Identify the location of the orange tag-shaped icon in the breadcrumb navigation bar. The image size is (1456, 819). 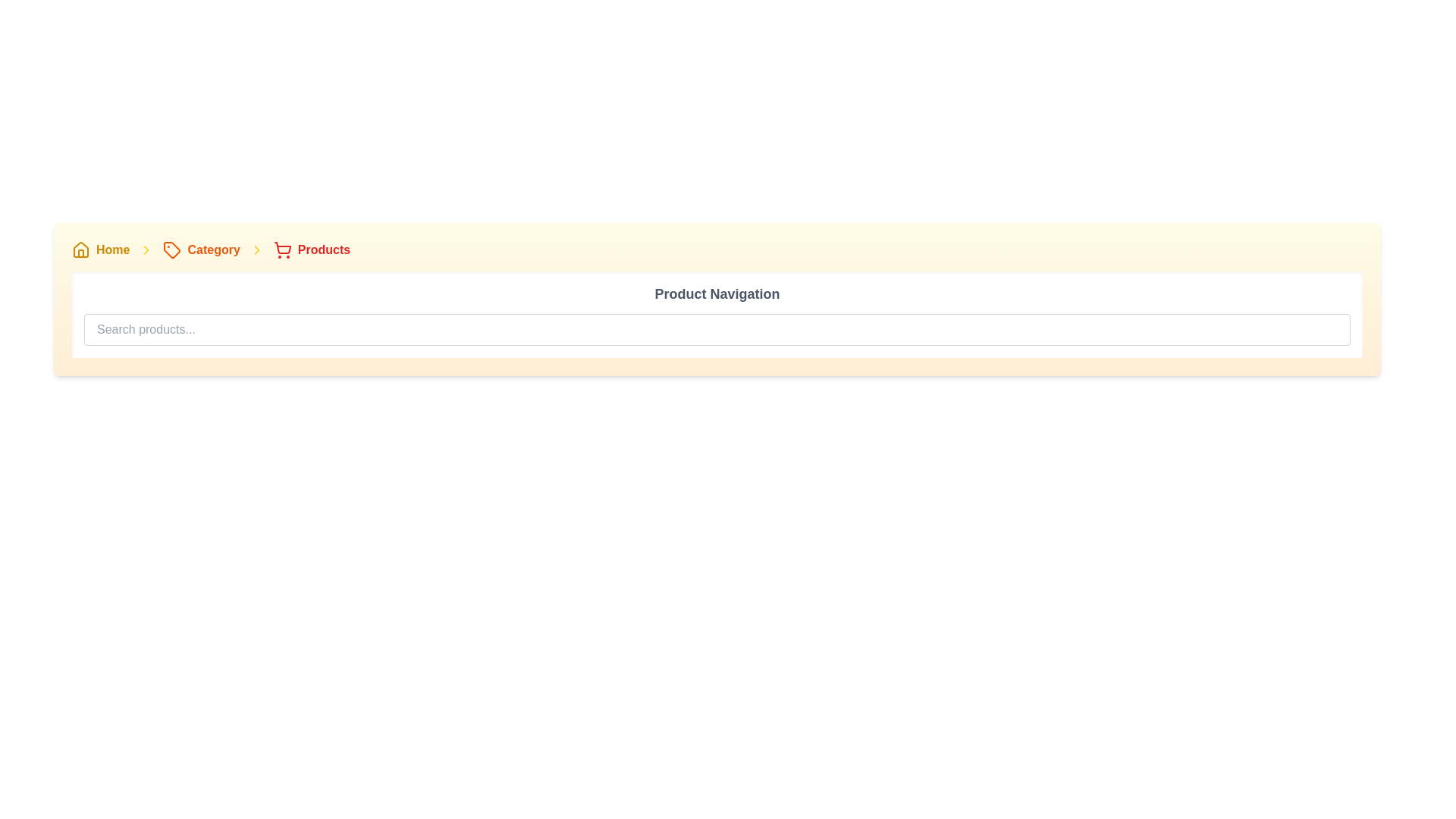
(172, 249).